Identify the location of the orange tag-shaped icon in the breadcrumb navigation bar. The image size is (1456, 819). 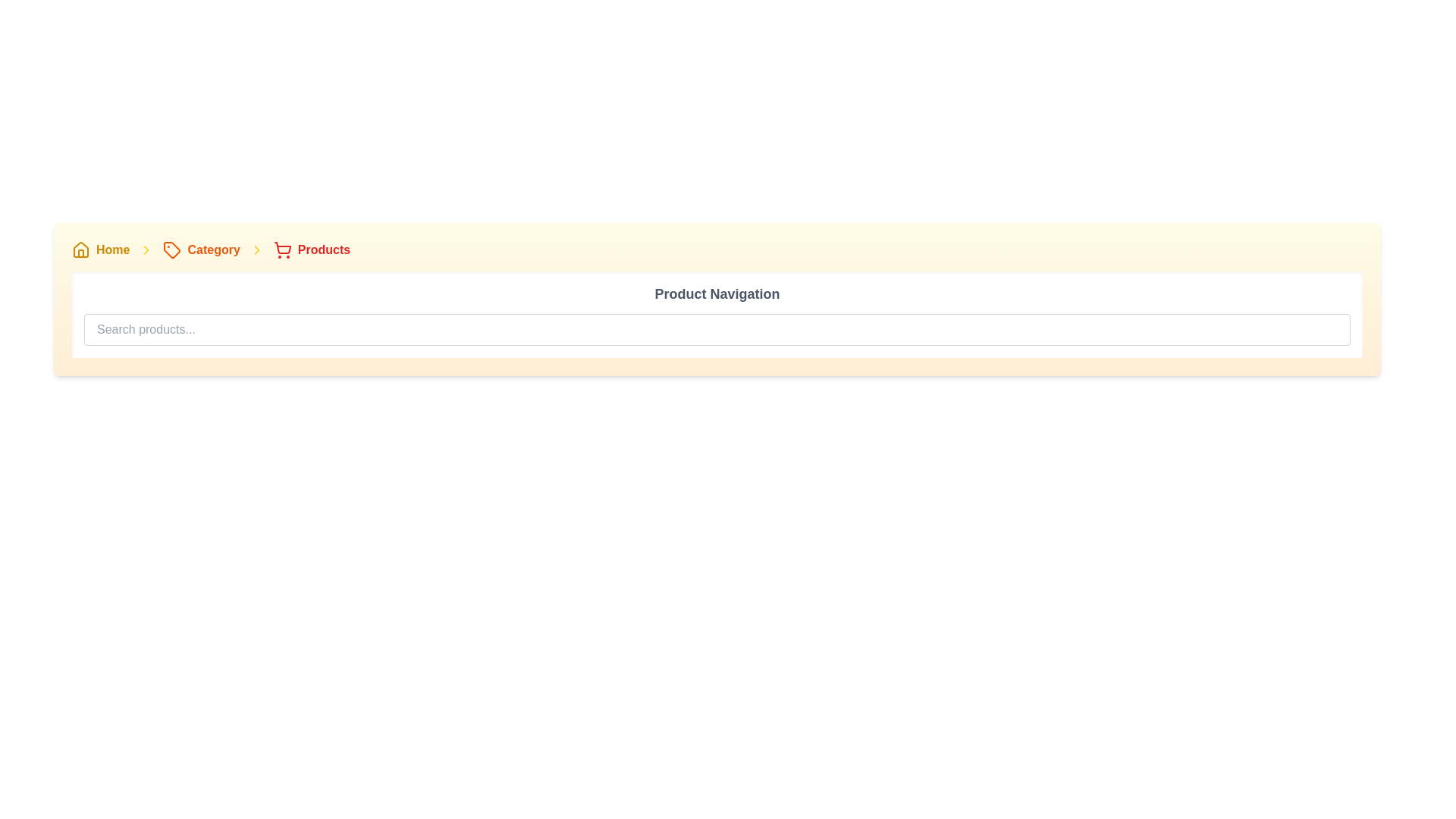
(172, 249).